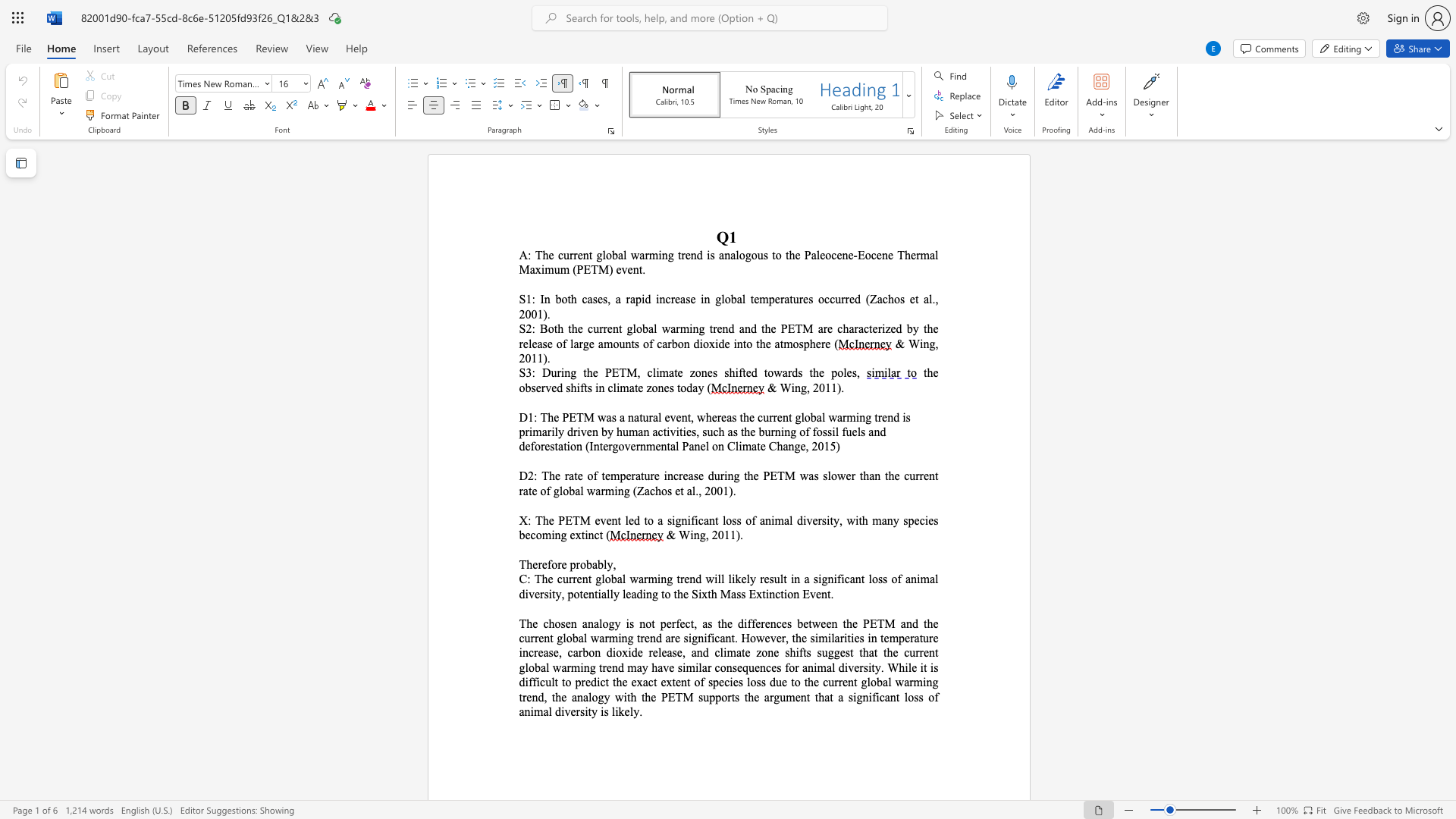  What do you see at coordinates (551, 387) in the screenshot?
I see `the subset text "ed shi" within the text "the observed shifts in climate zones today ("` at bounding box center [551, 387].